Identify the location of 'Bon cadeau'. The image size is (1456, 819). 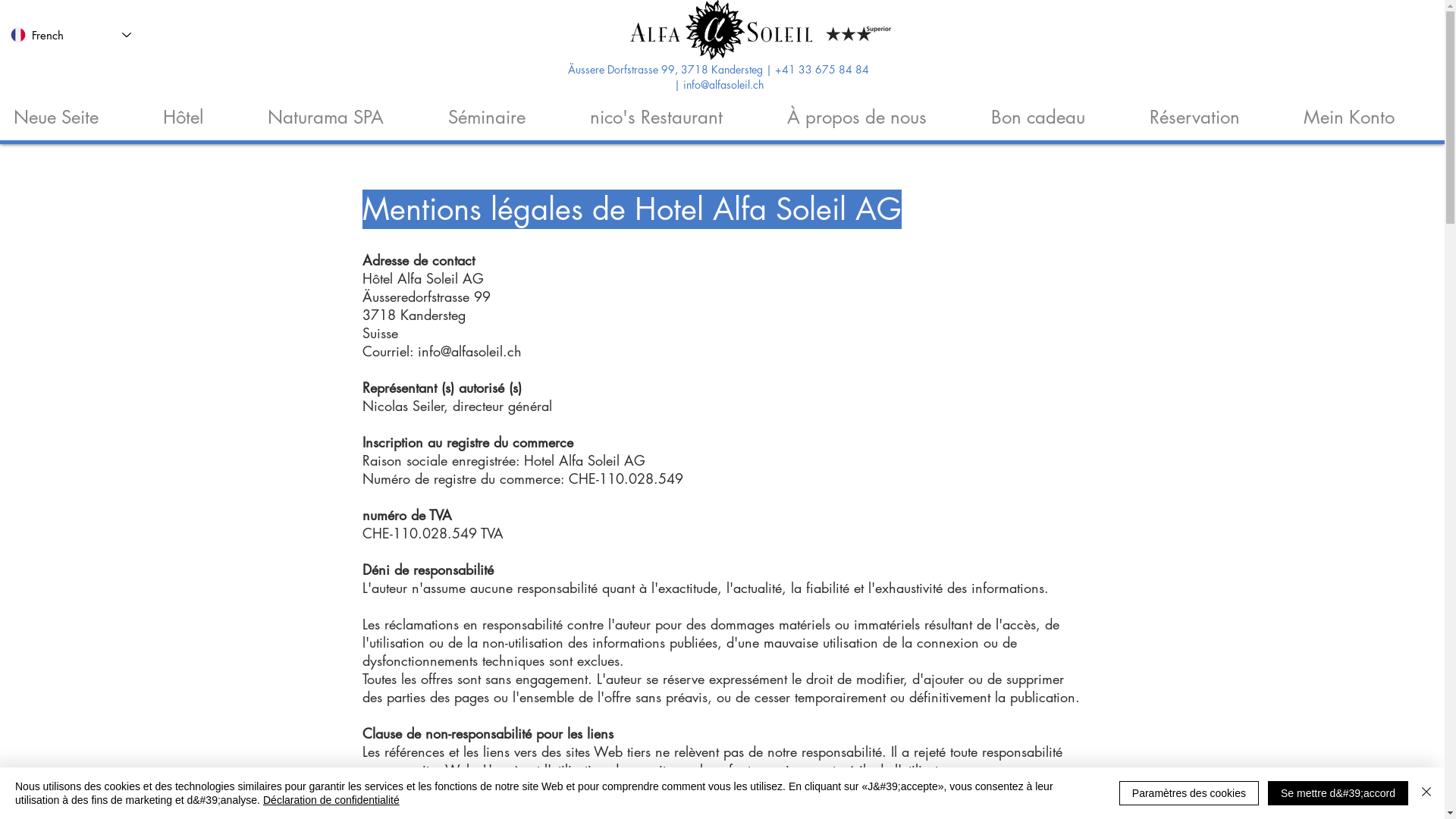
(1056, 109).